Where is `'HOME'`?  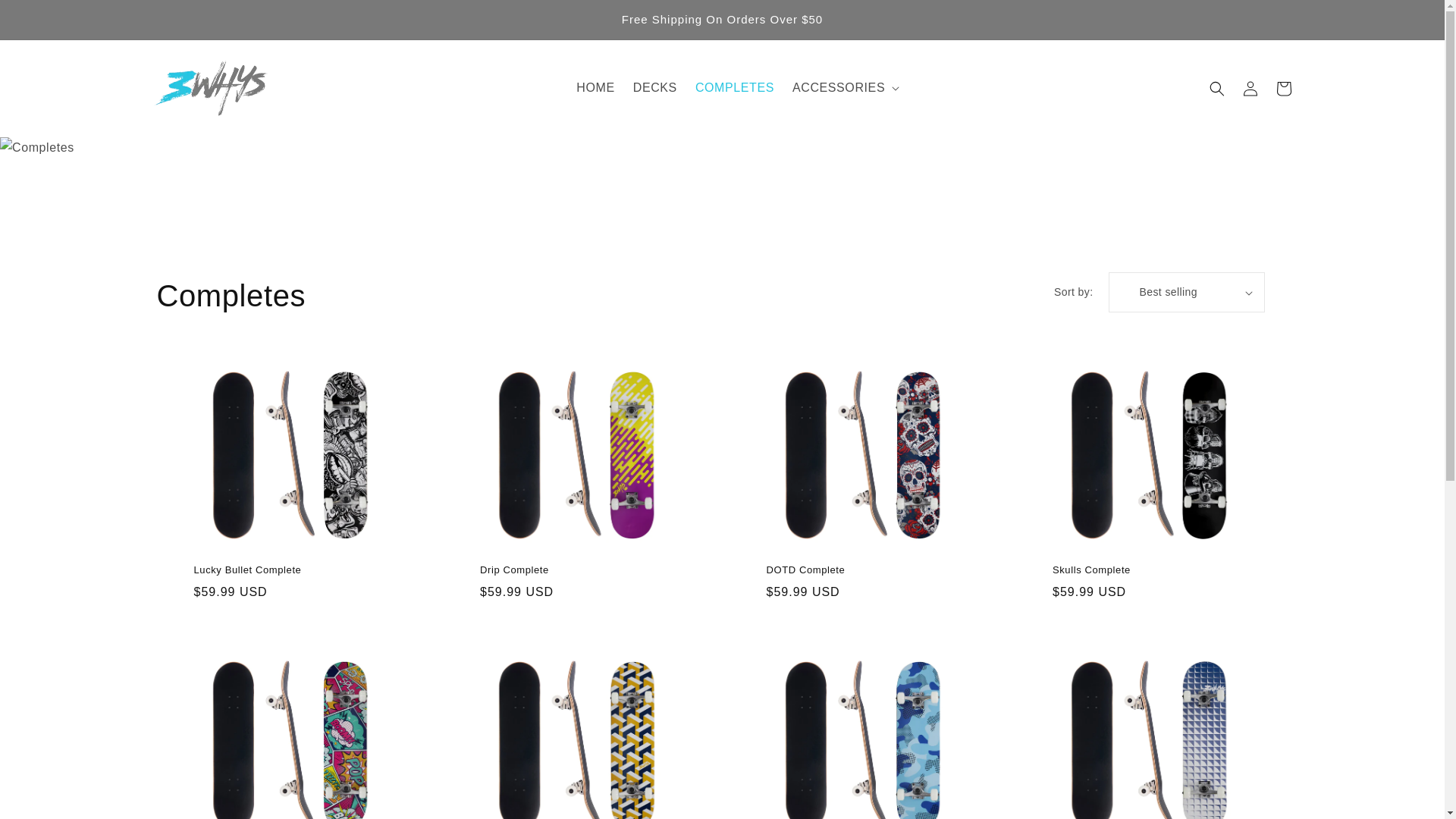 'HOME' is located at coordinates (566, 88).